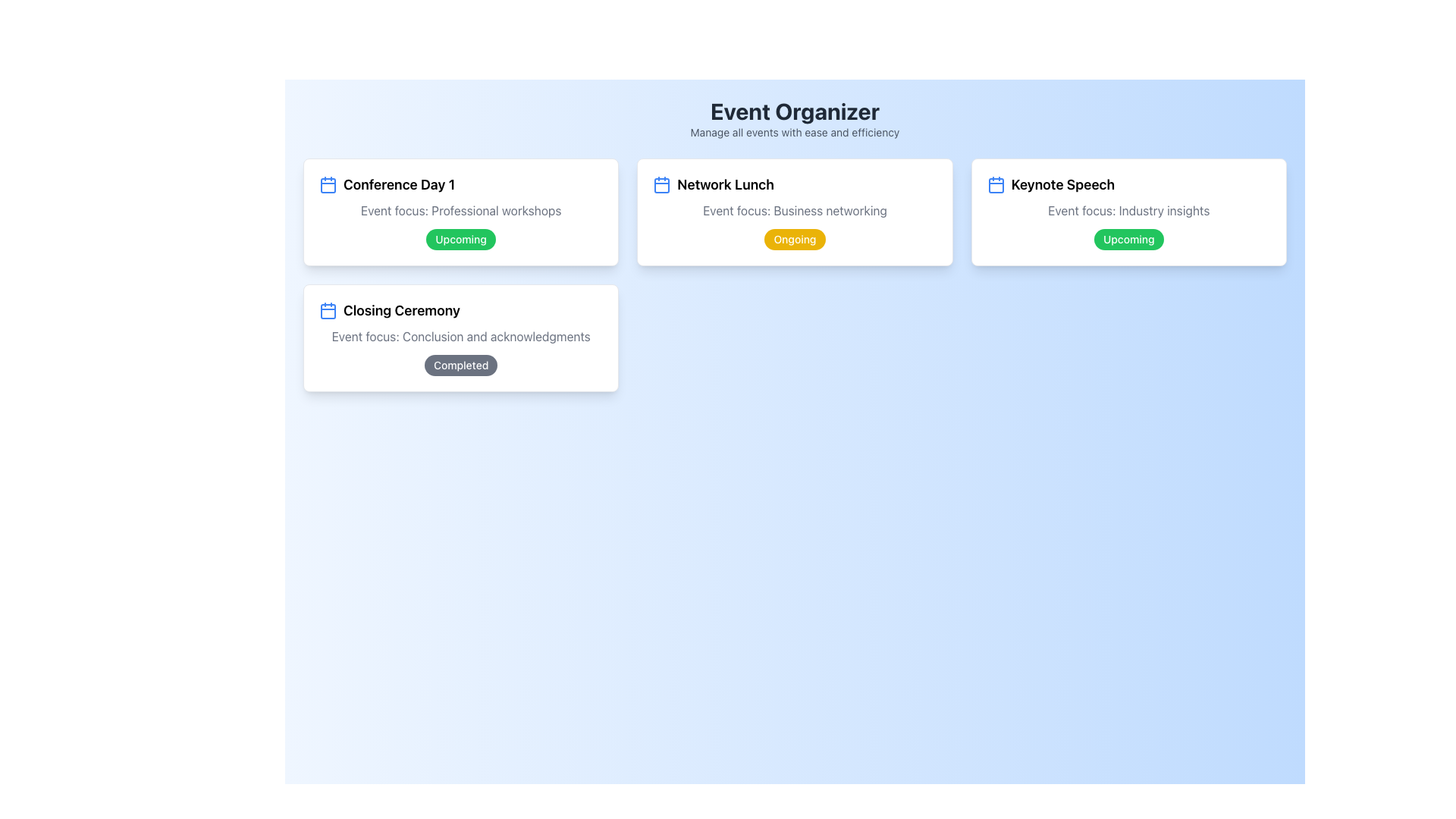 The height and width of the screenshot is (819, 1456). Describe the element at coordinates (460, 366) in the screenshot. I see `the Status Indicator badge labeled 'Completed' which is located at the bottom-right of the 'Closing Ceremony' card` at that location.